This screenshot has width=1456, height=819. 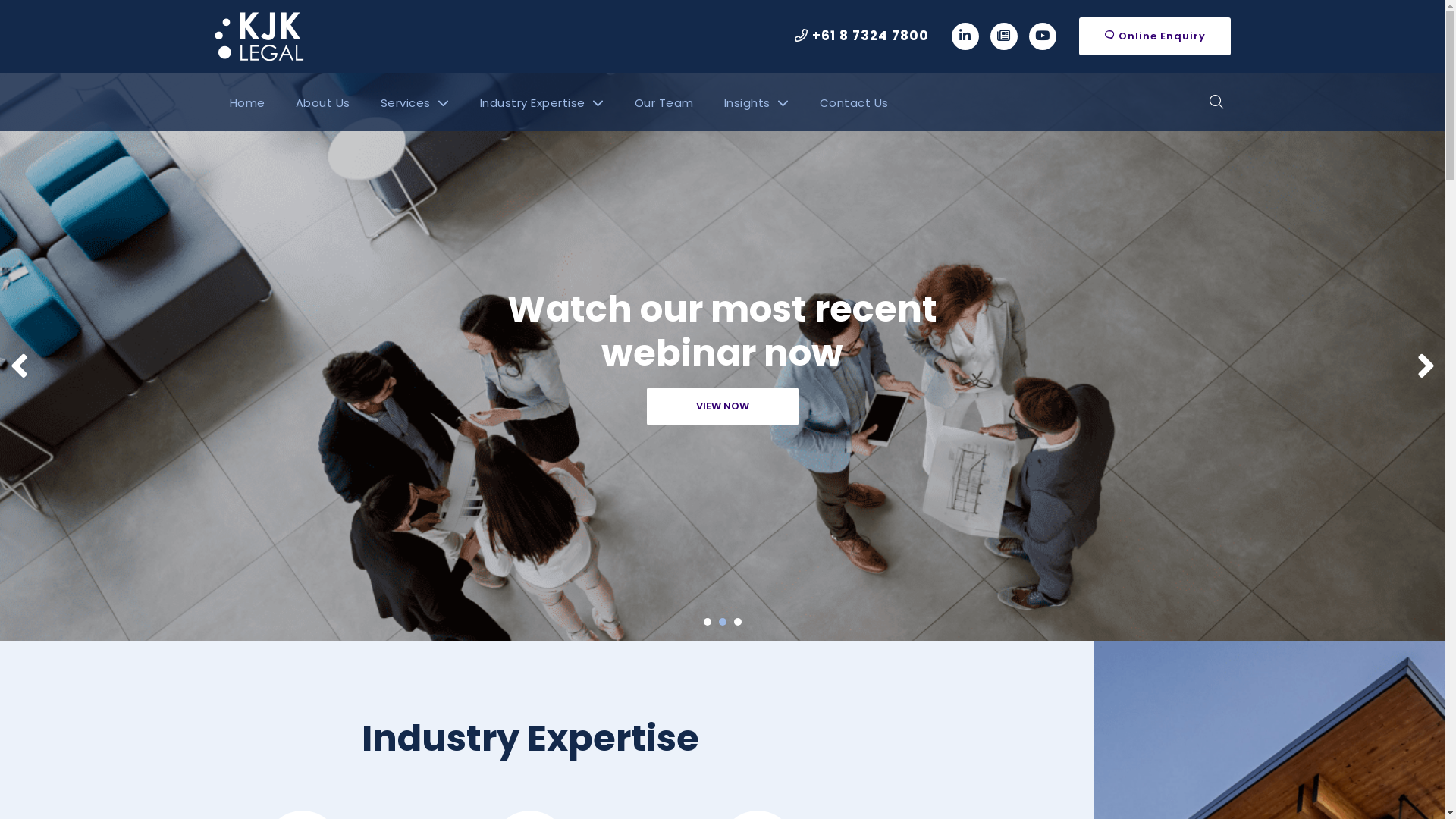 What do you see at coordinates (322, 102) in the screenshot?
I see `'About Us'` at bounding box center [322, 102].